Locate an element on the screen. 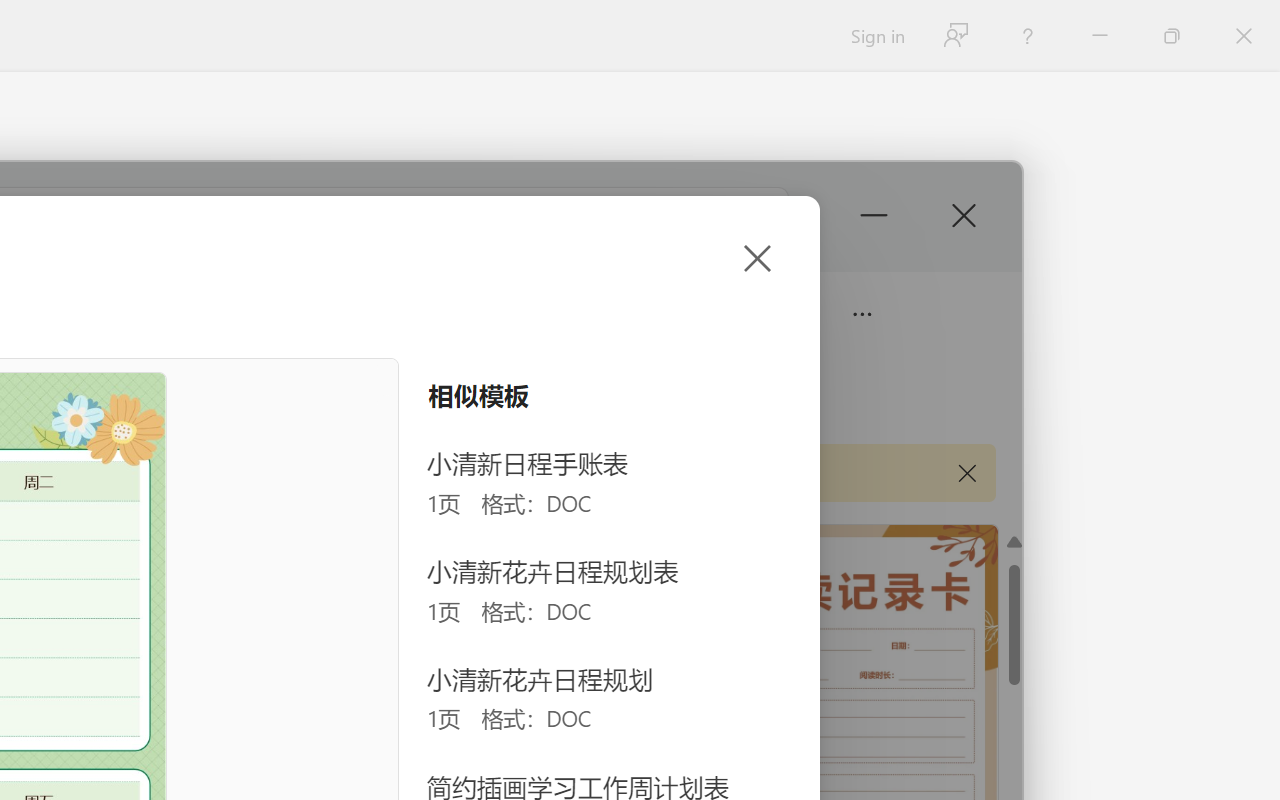 The width and height of the screenshot is (1280, 800). 'Sign in' is located at coordinates (876, 34).